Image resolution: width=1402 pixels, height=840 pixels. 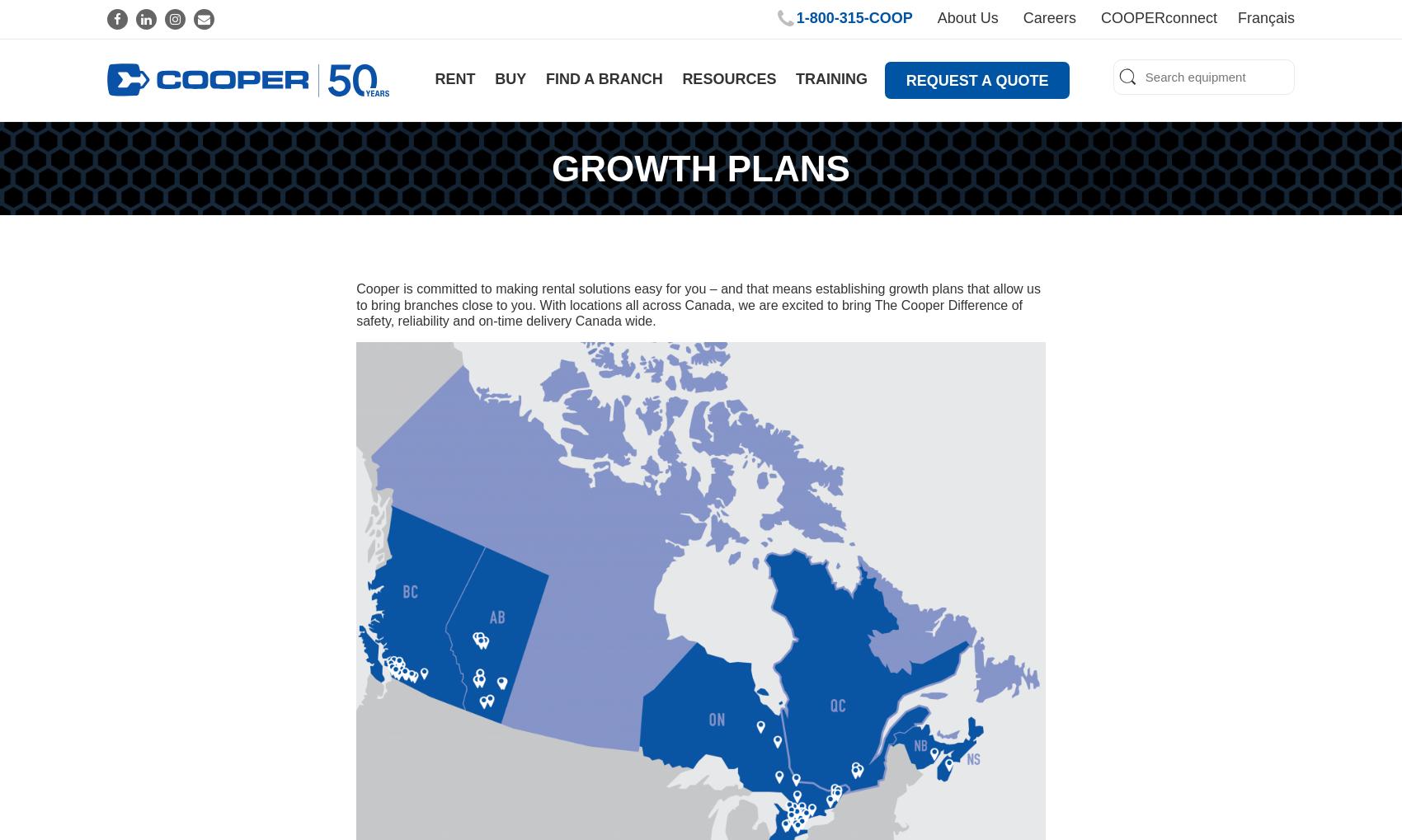 I want to click on 'Training', so click(x=830, y=77).